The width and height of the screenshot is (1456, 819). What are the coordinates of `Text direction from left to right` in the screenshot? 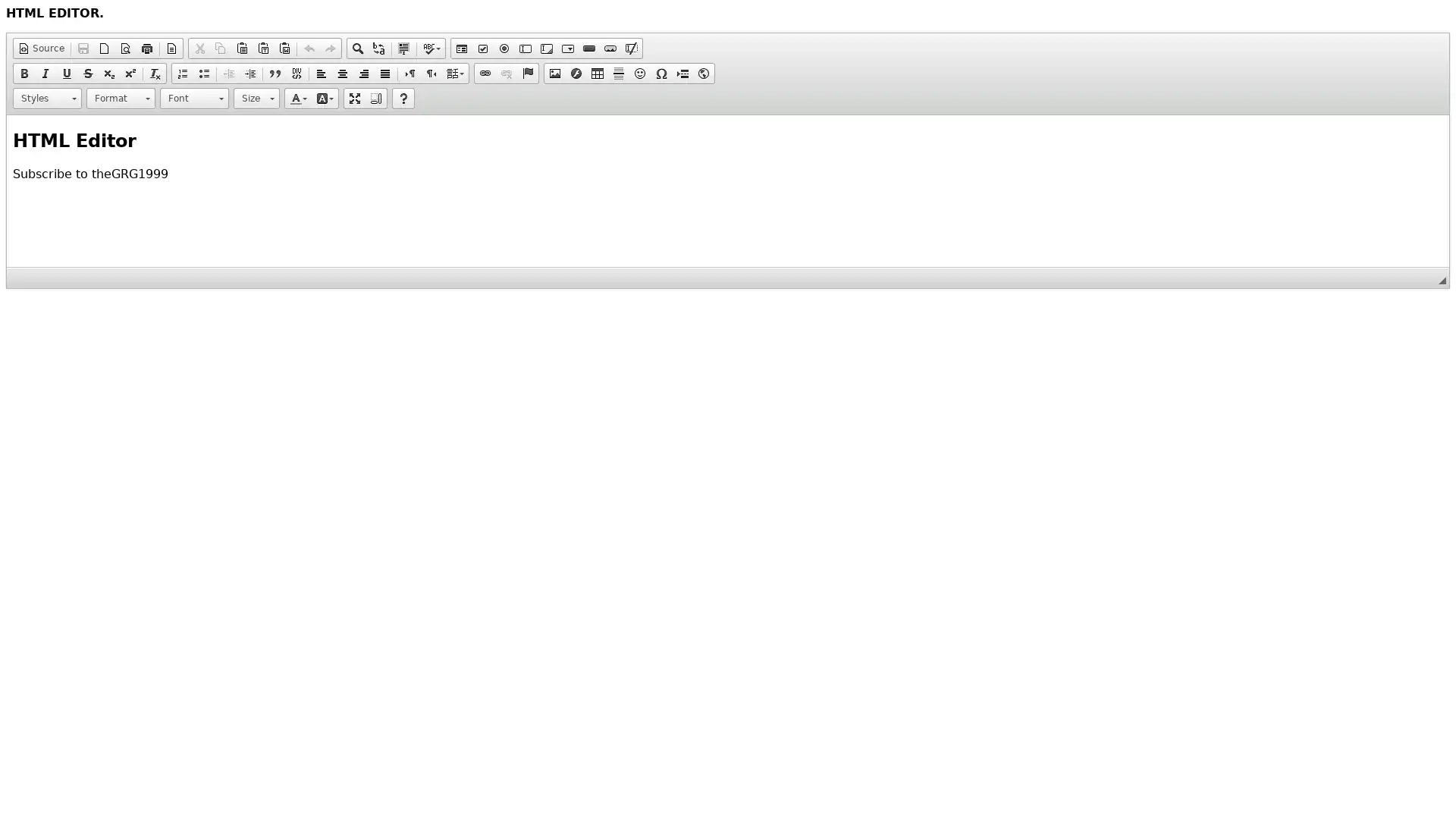 It's located at (410, 73).